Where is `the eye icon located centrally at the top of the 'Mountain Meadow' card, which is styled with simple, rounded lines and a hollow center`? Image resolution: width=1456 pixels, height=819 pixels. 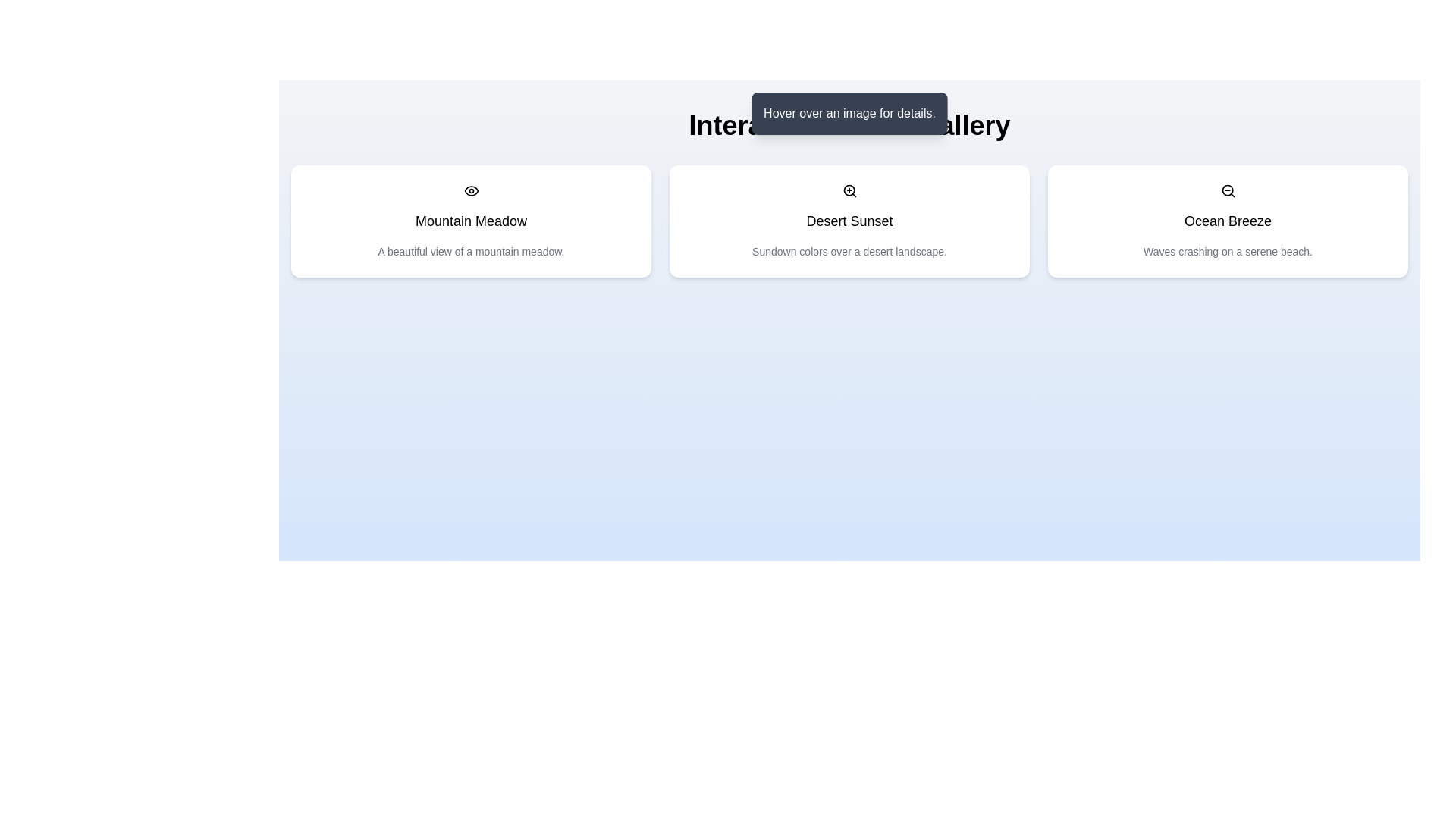
the eye icon located centrally at the top of the 'Mountain Meadow' card, which is styled with simple, rounded lines and a hollow center is located at coordinates (470, 190).